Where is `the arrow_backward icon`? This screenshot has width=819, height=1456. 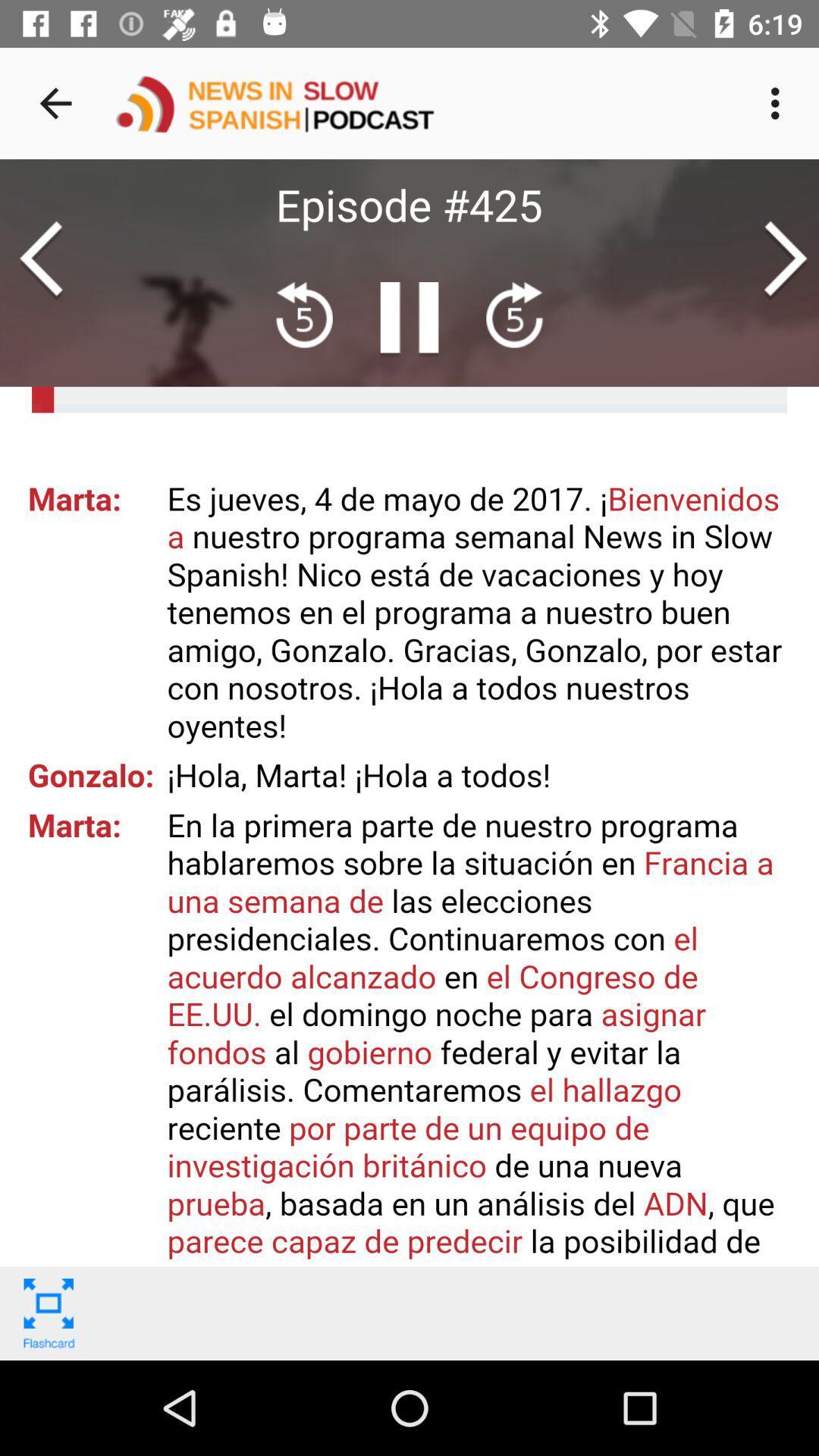
the arrow_backward icon is located at coordinates (40, 261).